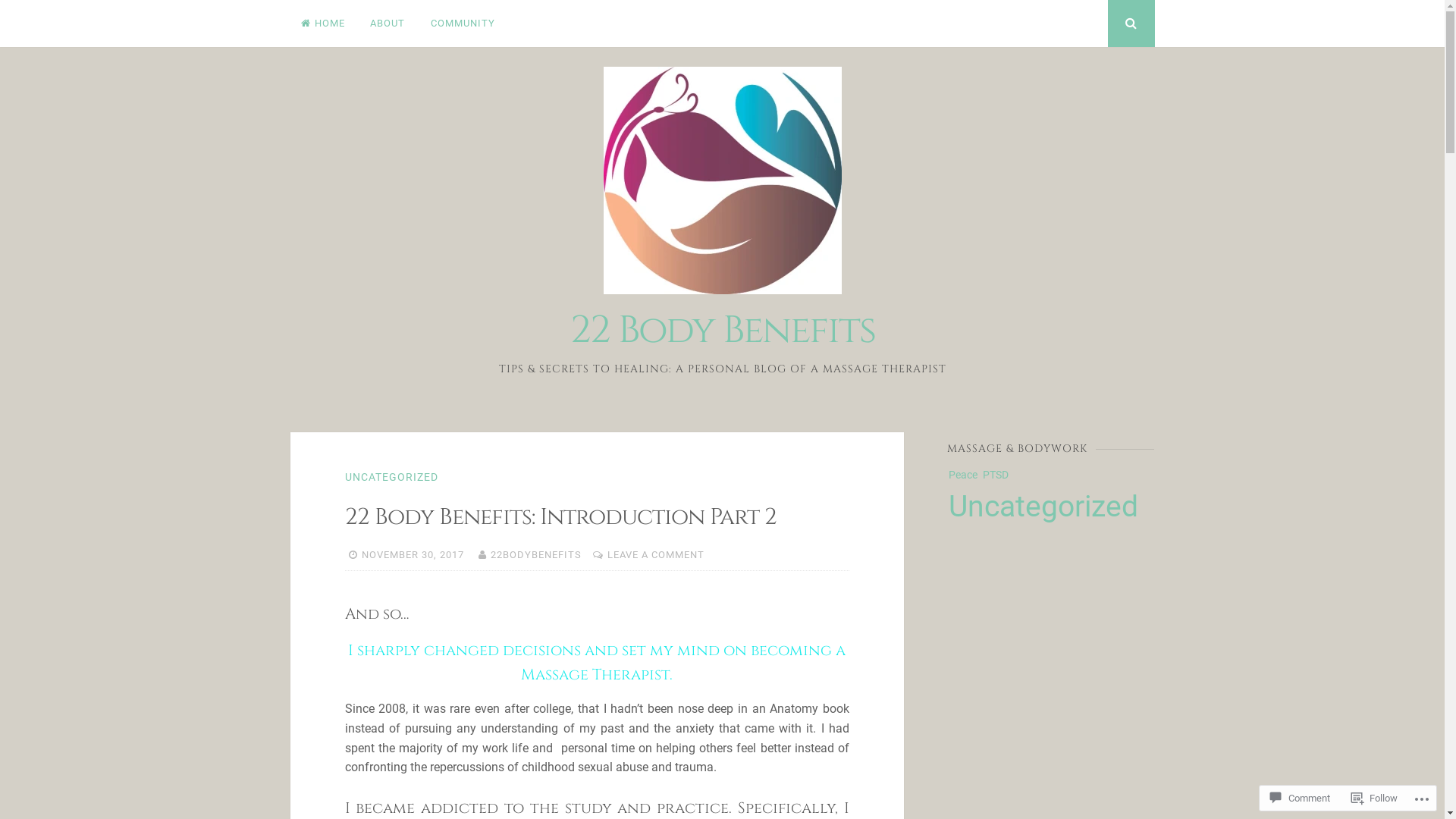  I want to click on 'UNCATEGORIZED', so click(344, 475).